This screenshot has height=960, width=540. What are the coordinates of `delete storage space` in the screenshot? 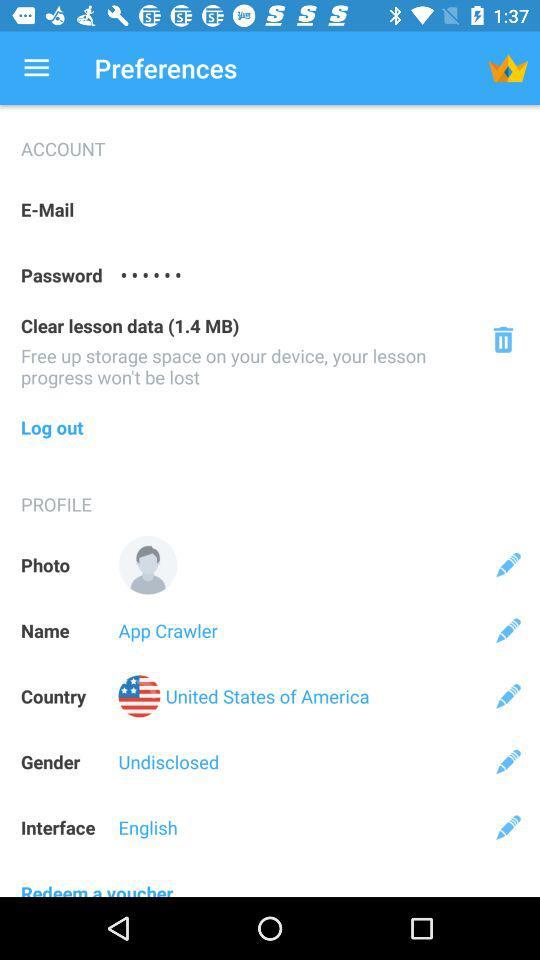 It's located at (502, 339).